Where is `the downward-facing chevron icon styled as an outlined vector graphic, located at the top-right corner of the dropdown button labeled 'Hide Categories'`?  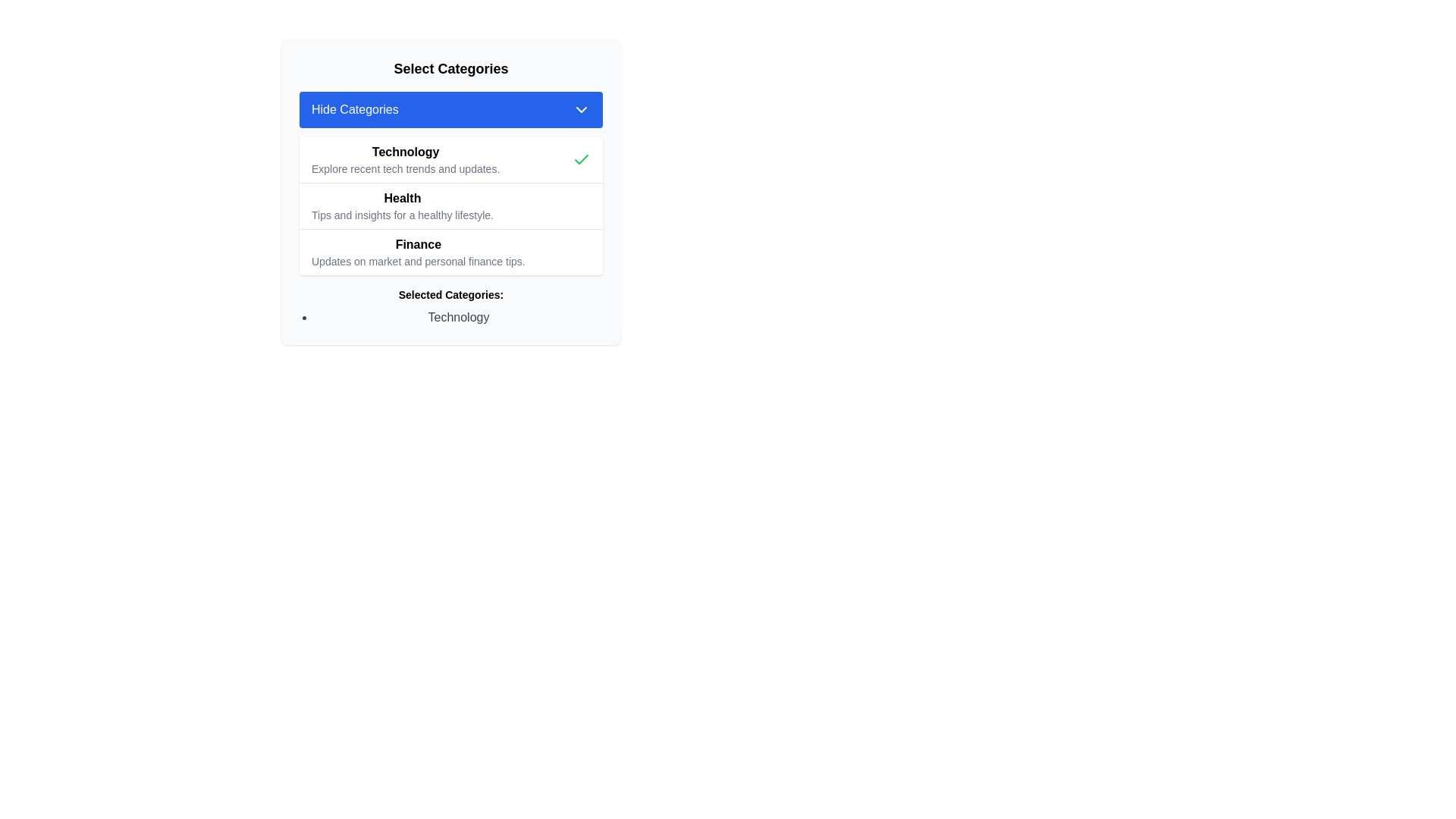
the downward-facing chevron icon styled as an outlined vector graphic, located at the top-right corner of the dropdown button labeled 'Hide Categories' is located at coordinates (581, 109).